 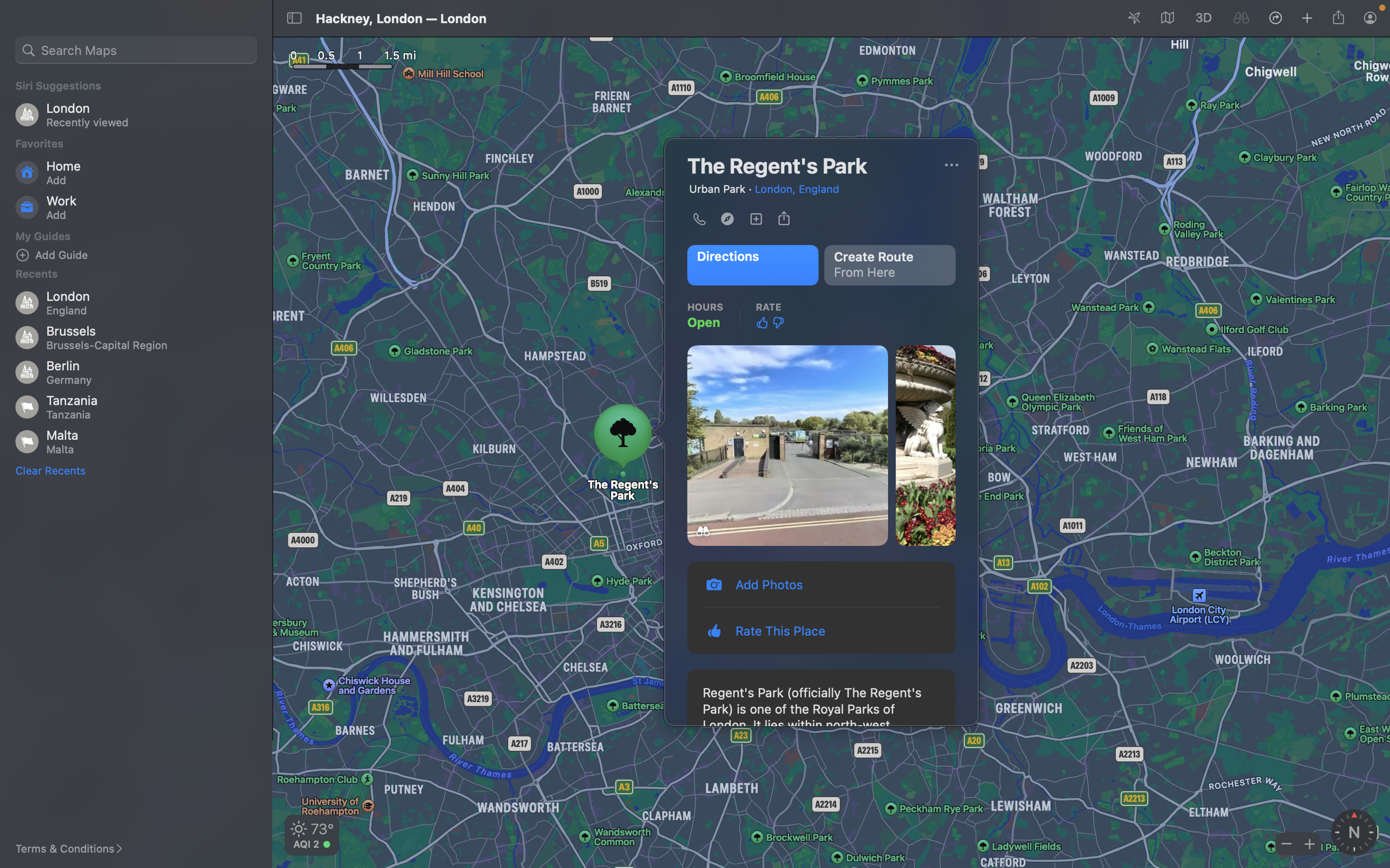 What do you see at coordinates (822, 583) in the screenshot?
I see `the option to upload pictures` at bounding box center [822, 583].